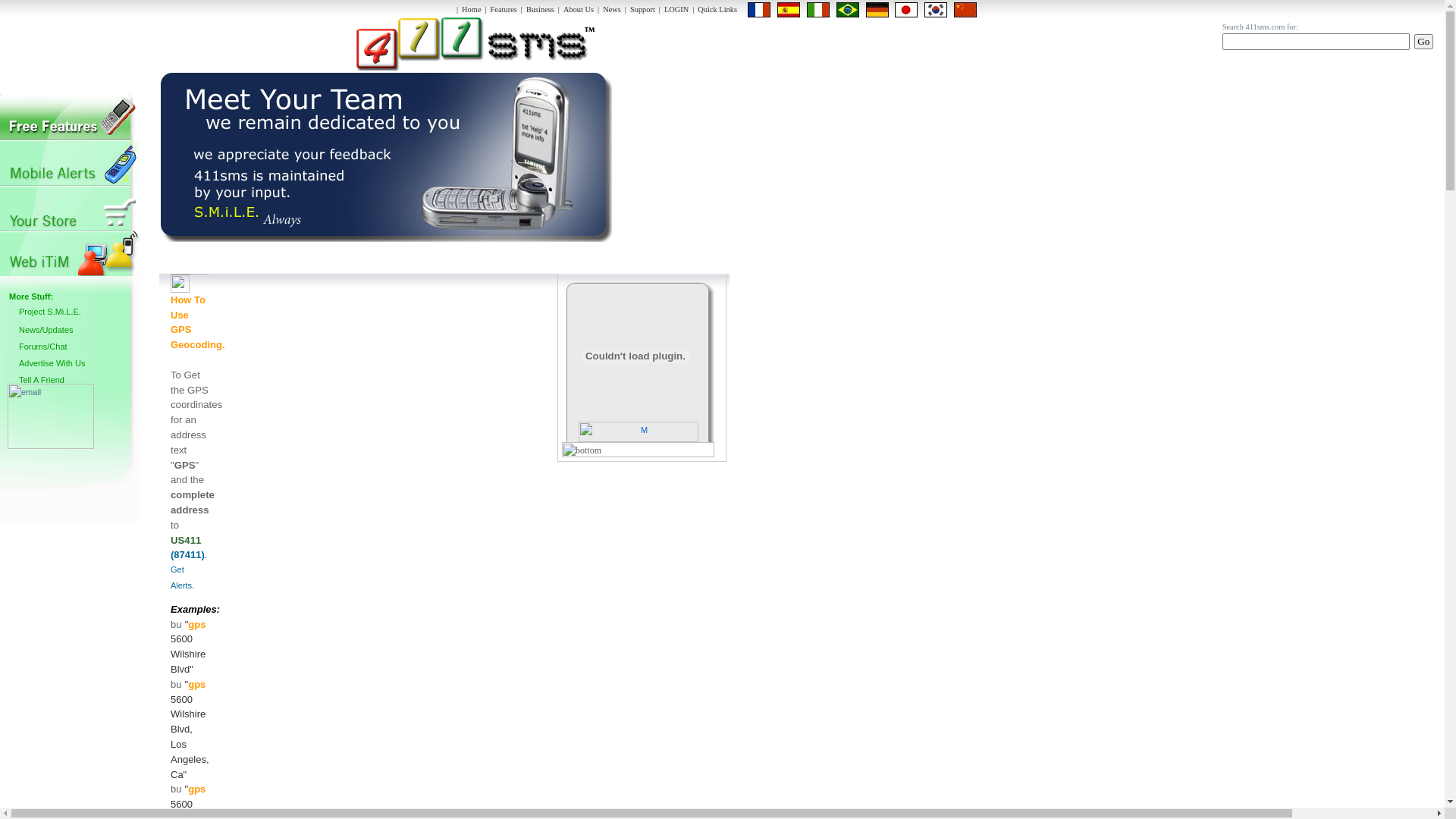 The image size is (1456, 819). Describe the element at coordinates (642, 8) in the screenshot. I see `'Support'` at that location.